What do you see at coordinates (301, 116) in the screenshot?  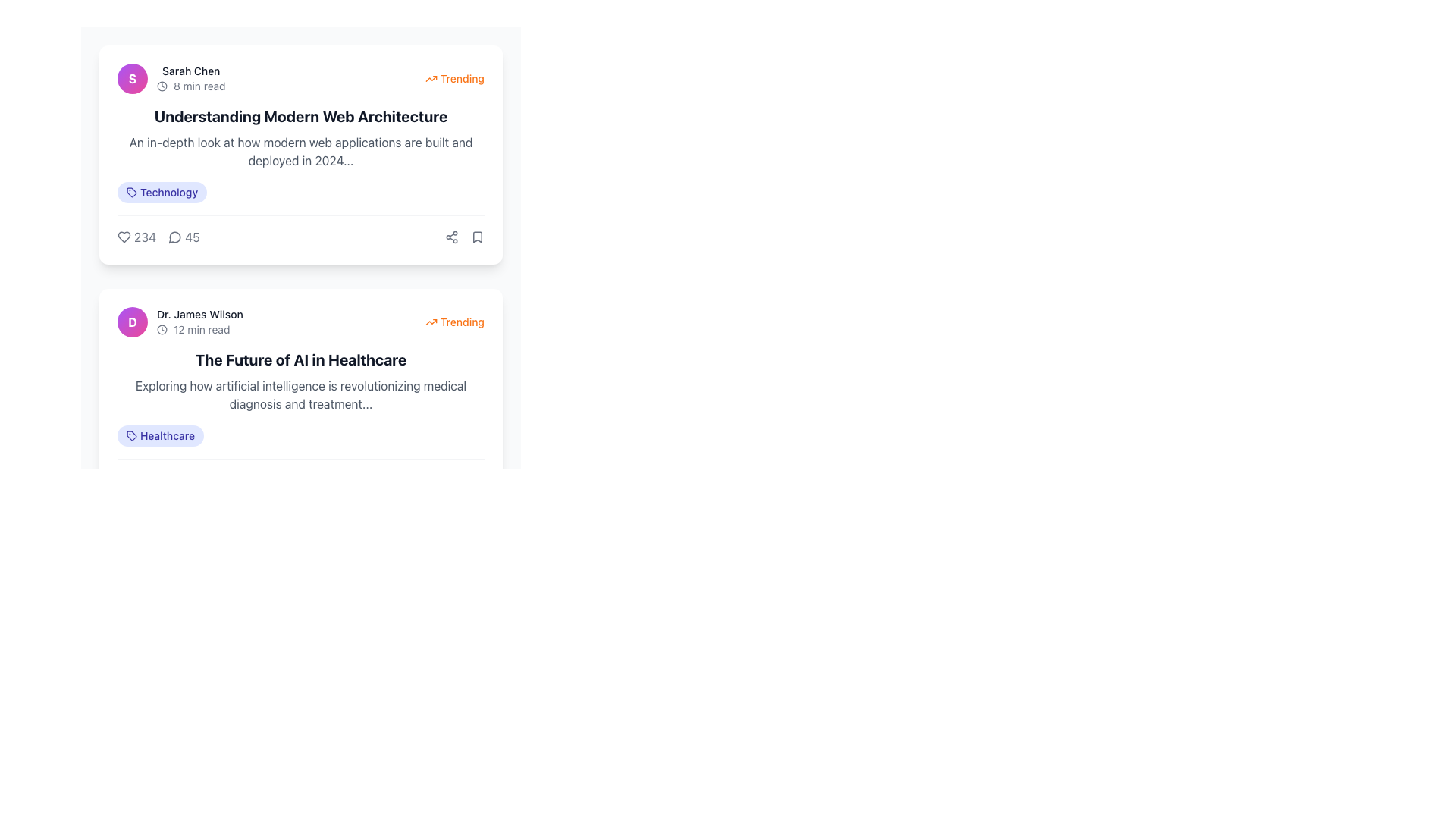 I see `the bold heading text 'Understanding Modern Web Architecture'` at bounding box center [301, 116].